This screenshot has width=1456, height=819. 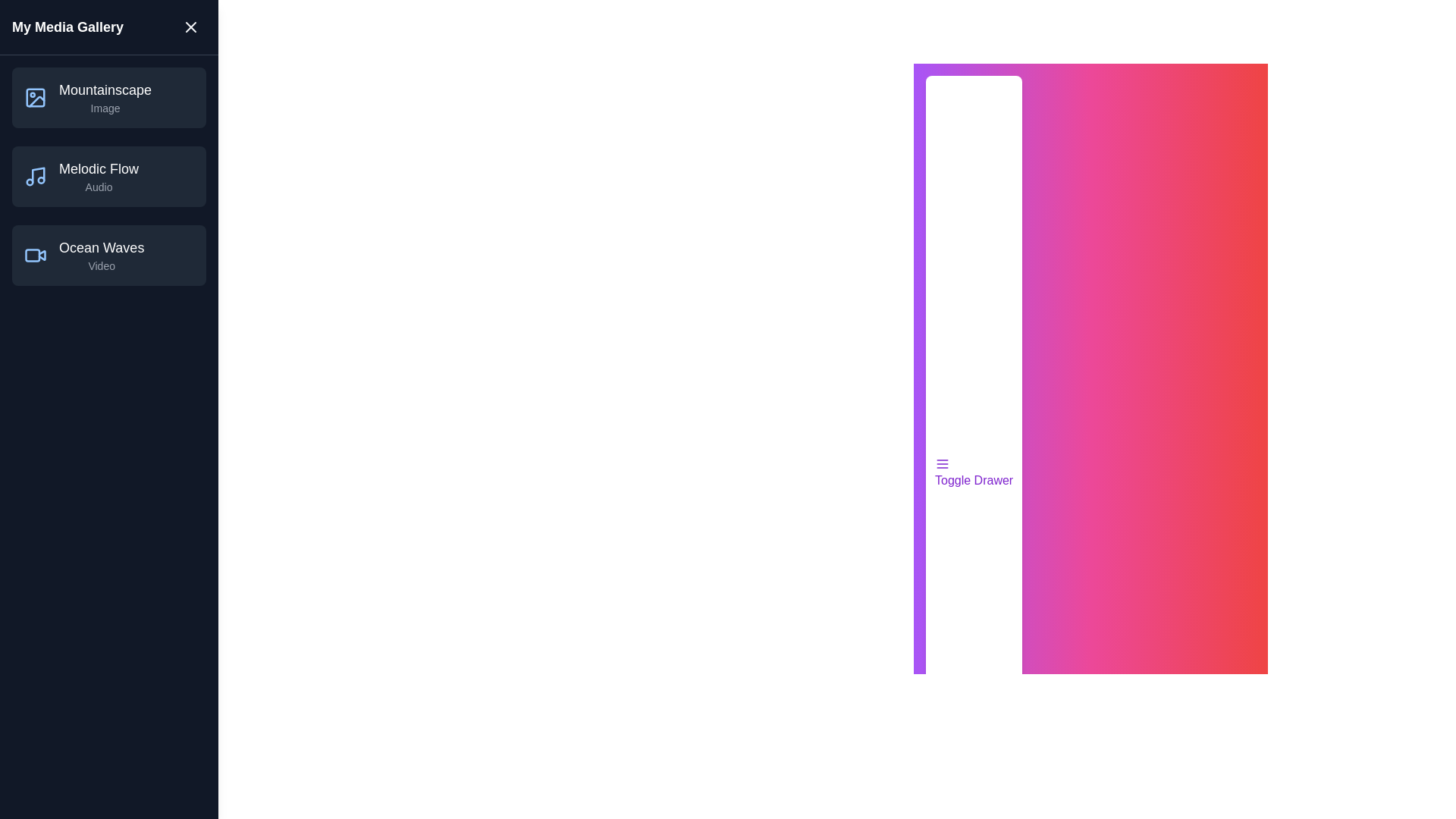 What do you see at coordinates (190, 27) in the screenshot?
I see `the close button to close the drawer` at bounding box center [190, 27].